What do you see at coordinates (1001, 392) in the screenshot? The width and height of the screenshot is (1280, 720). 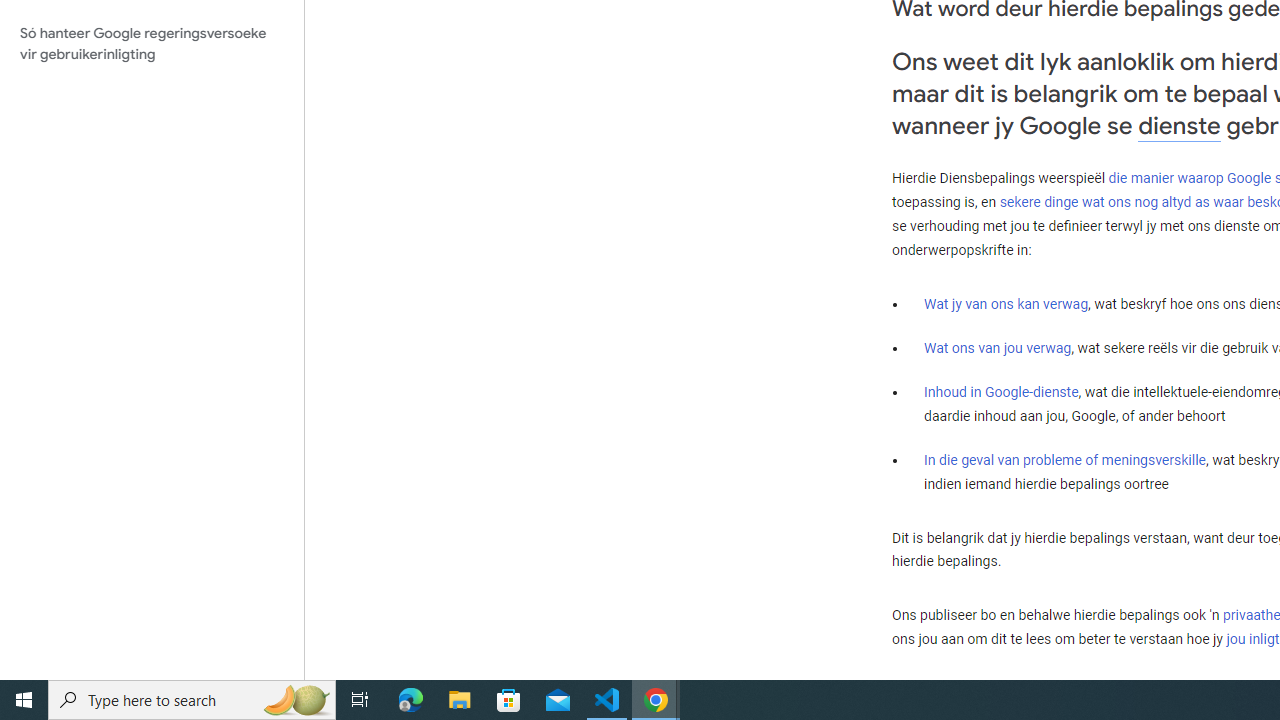 I see `'Inhoud in Google-dienste'` at bounding box center [1001, 392].